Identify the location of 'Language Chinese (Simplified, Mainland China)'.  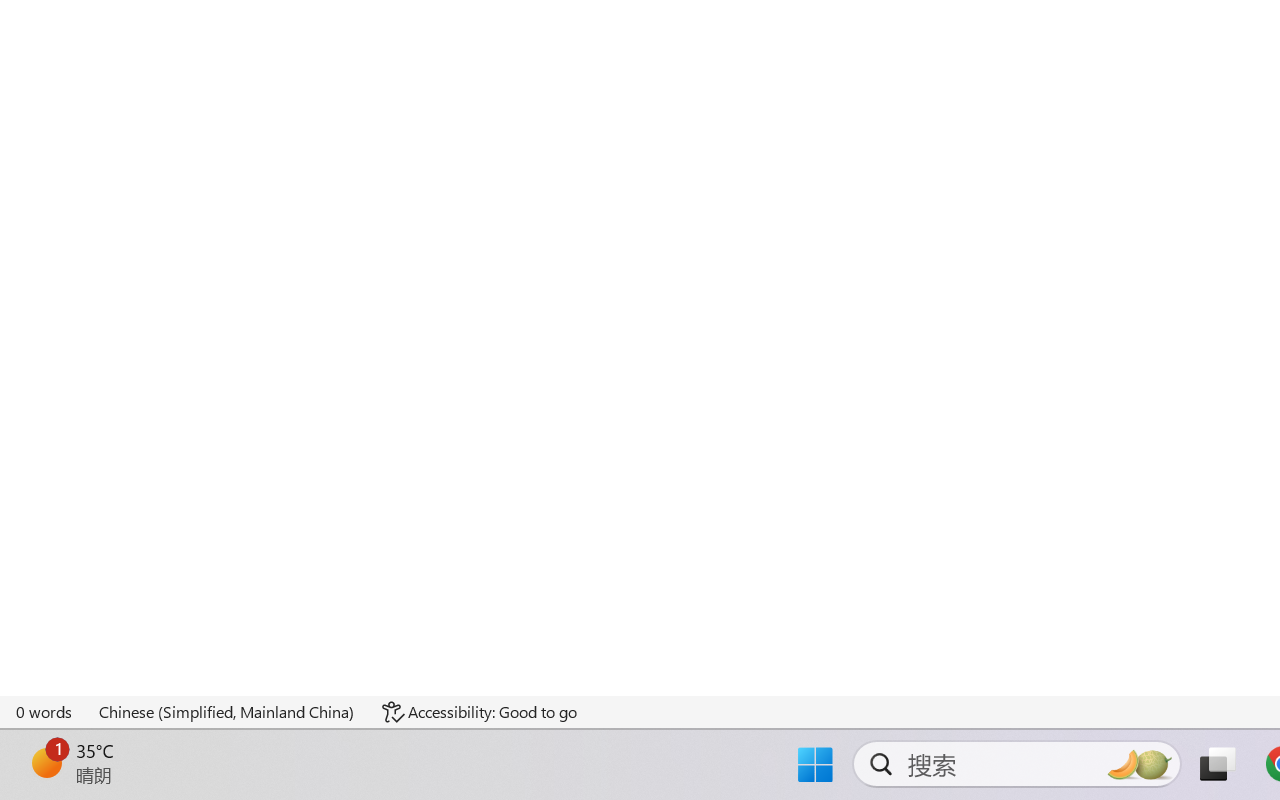
(227, 711).